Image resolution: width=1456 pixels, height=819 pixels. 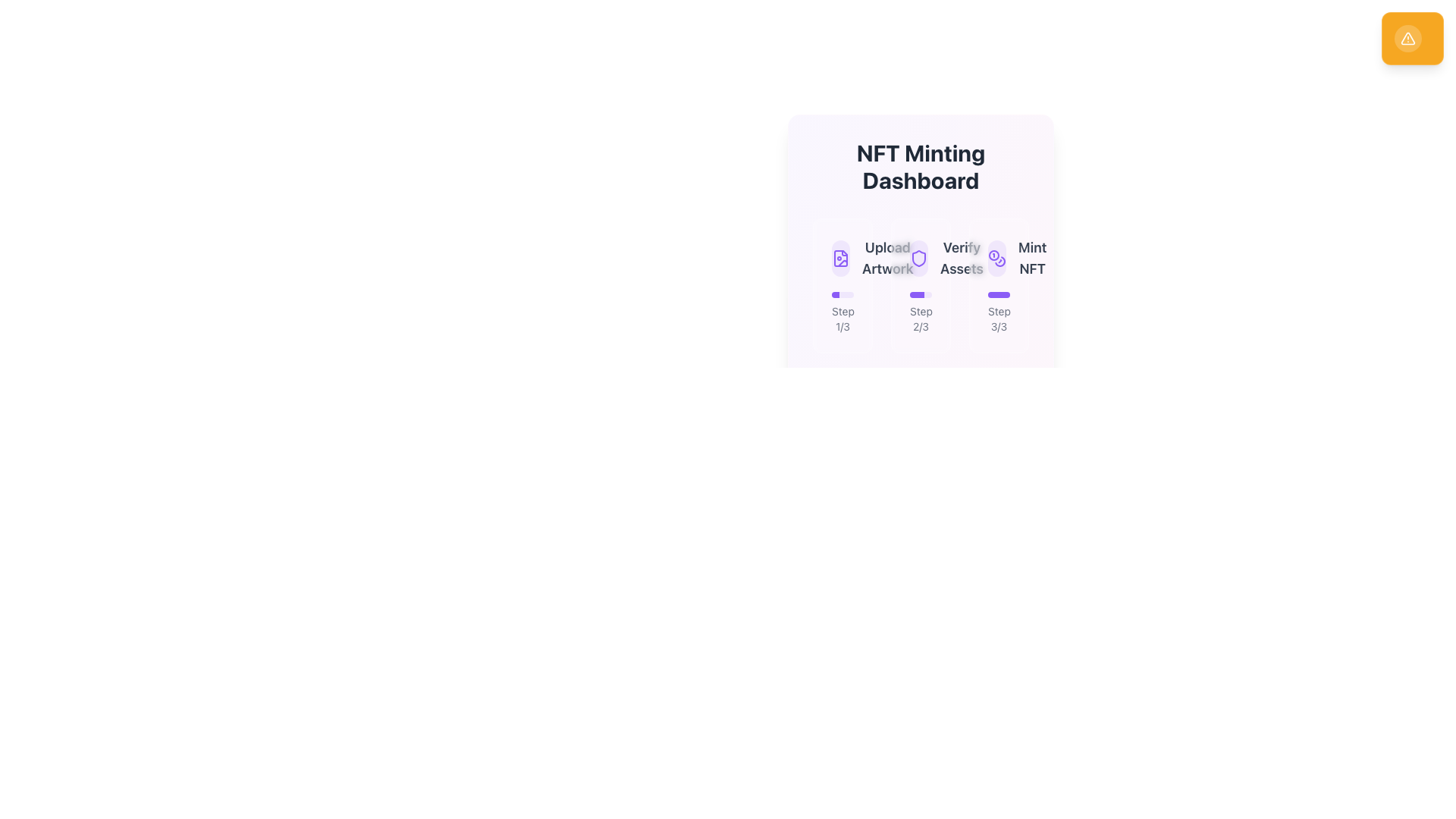 I want to click on the alert notification card located at the top-right corner of the interface to acknowledge or dismiss the alert, so click(x=1411, y=37).